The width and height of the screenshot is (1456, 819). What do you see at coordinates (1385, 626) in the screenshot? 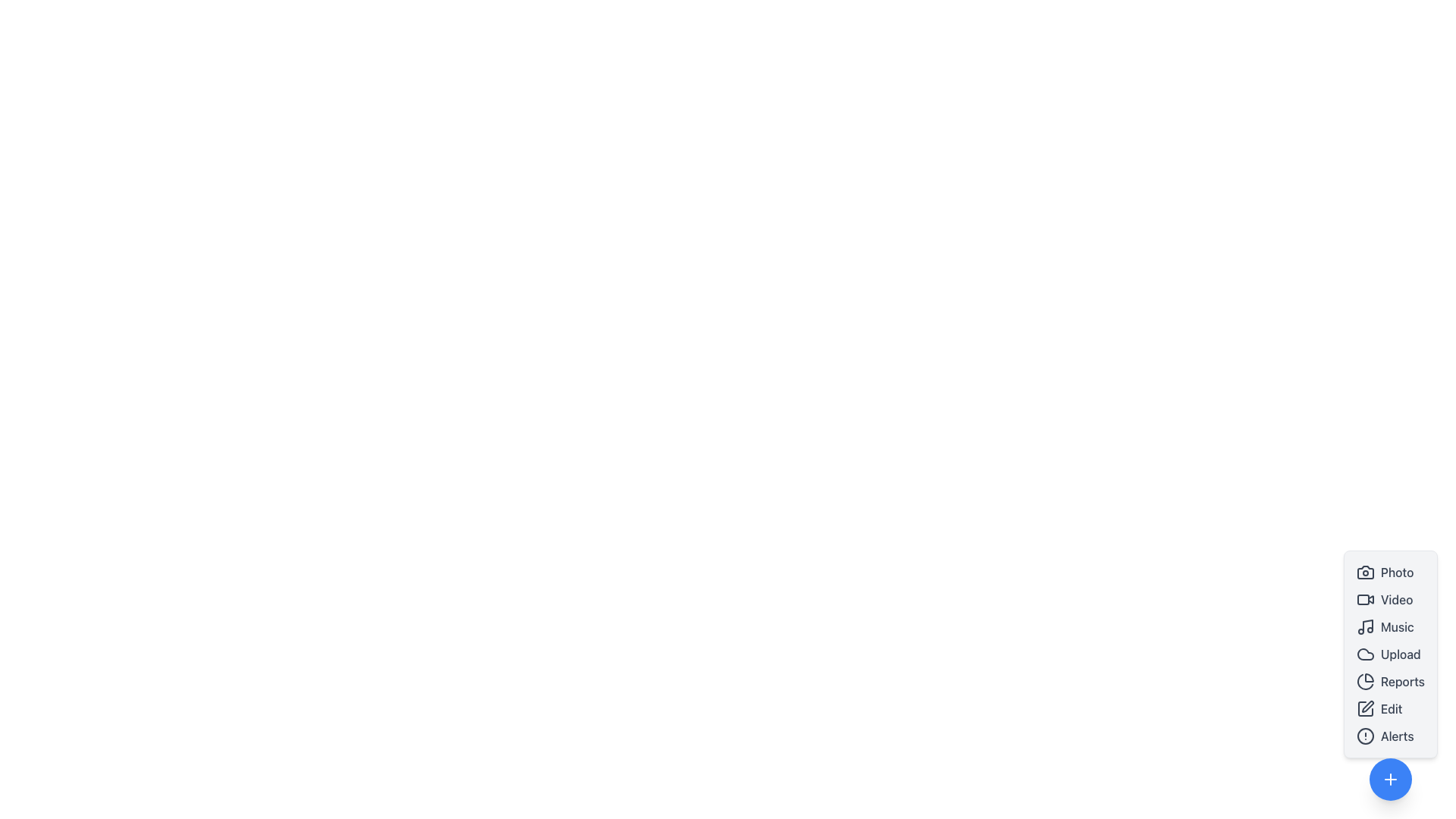
I see `the music feature button located between the 'Video' button above and the 'Upload' button below` at bounding box center [1385, 626].